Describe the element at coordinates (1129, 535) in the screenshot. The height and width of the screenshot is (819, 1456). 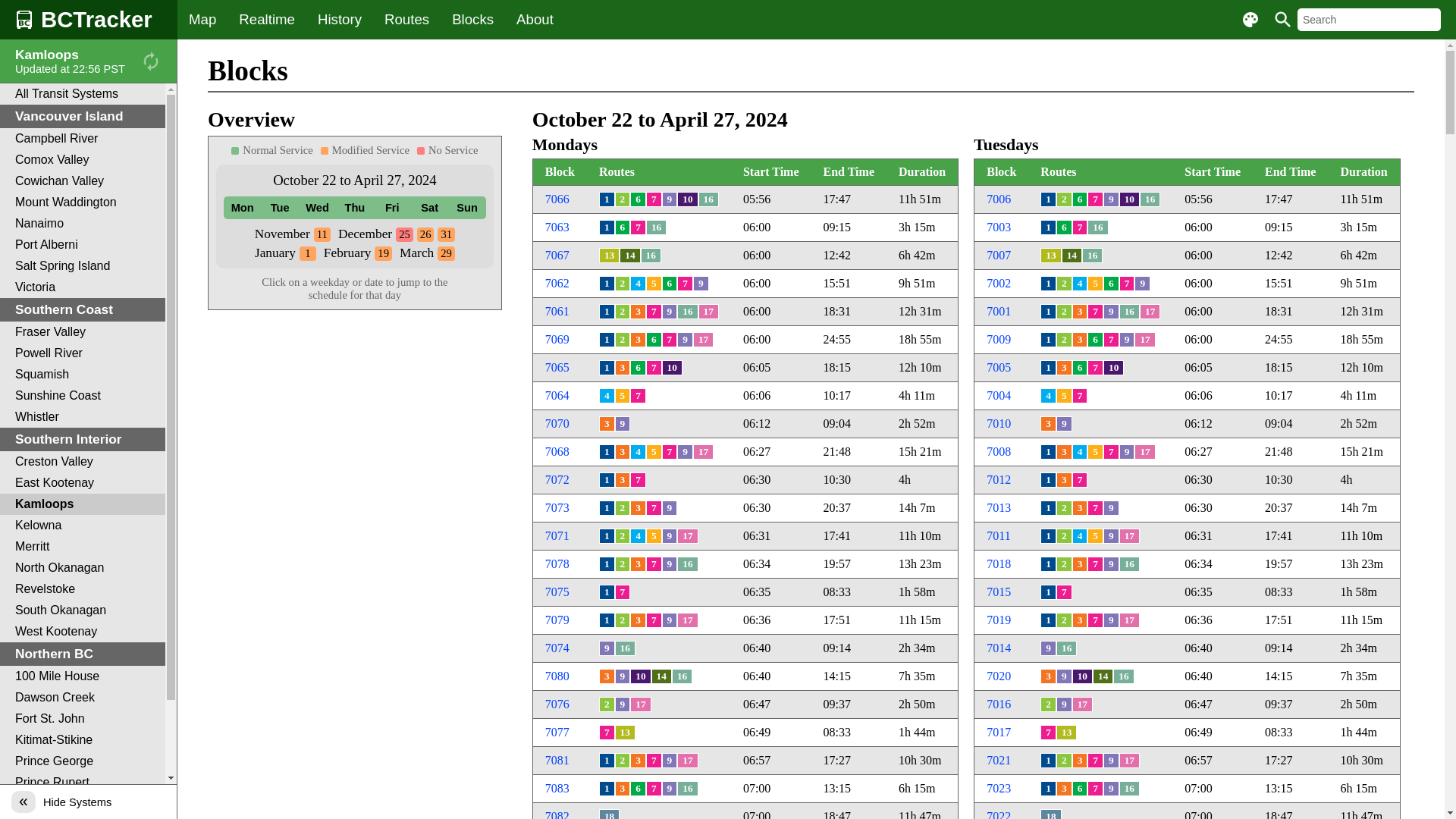
I see `'17'` at that location.